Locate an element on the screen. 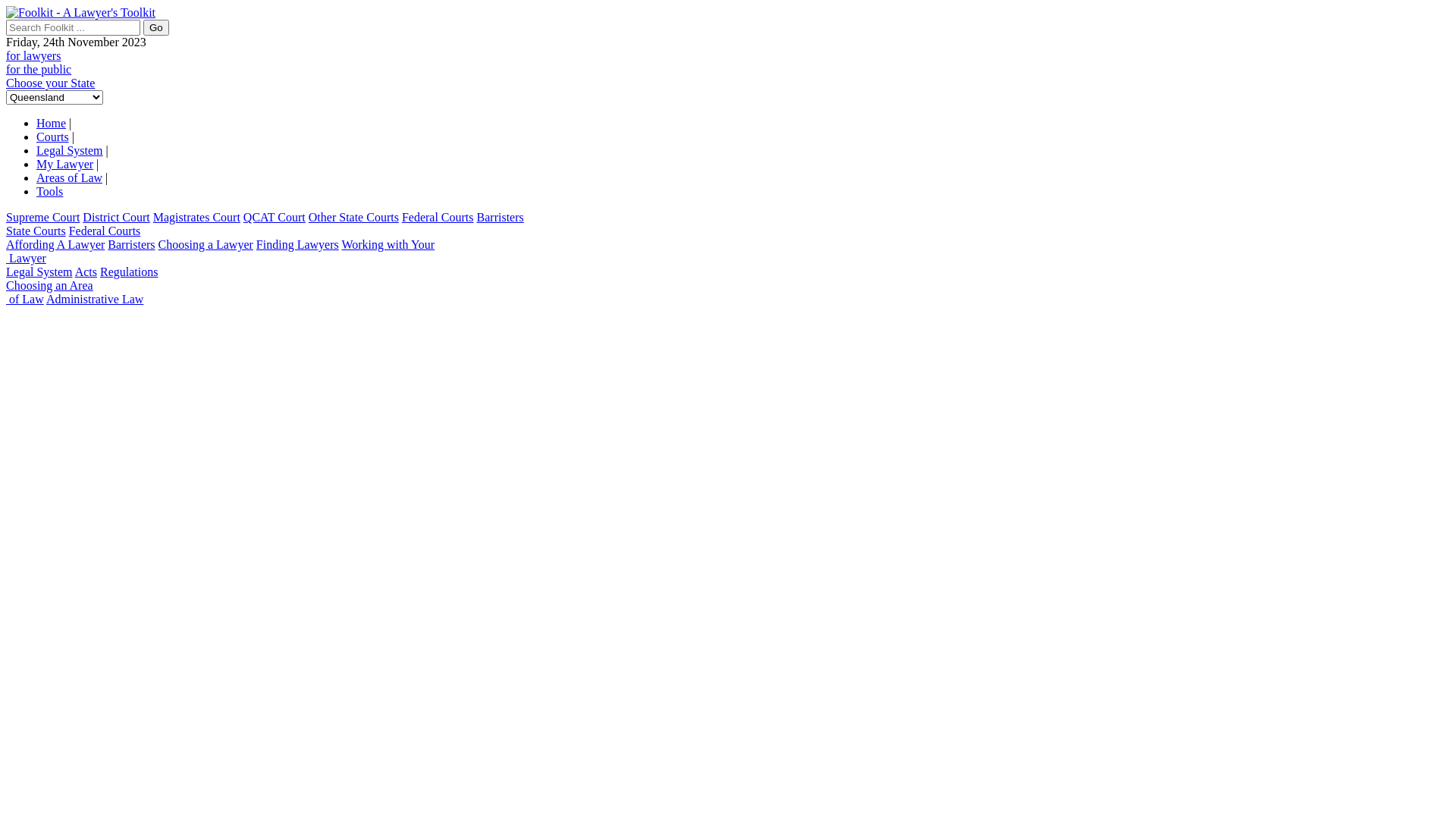  'Regulations' is located at coordinates (99, 271).